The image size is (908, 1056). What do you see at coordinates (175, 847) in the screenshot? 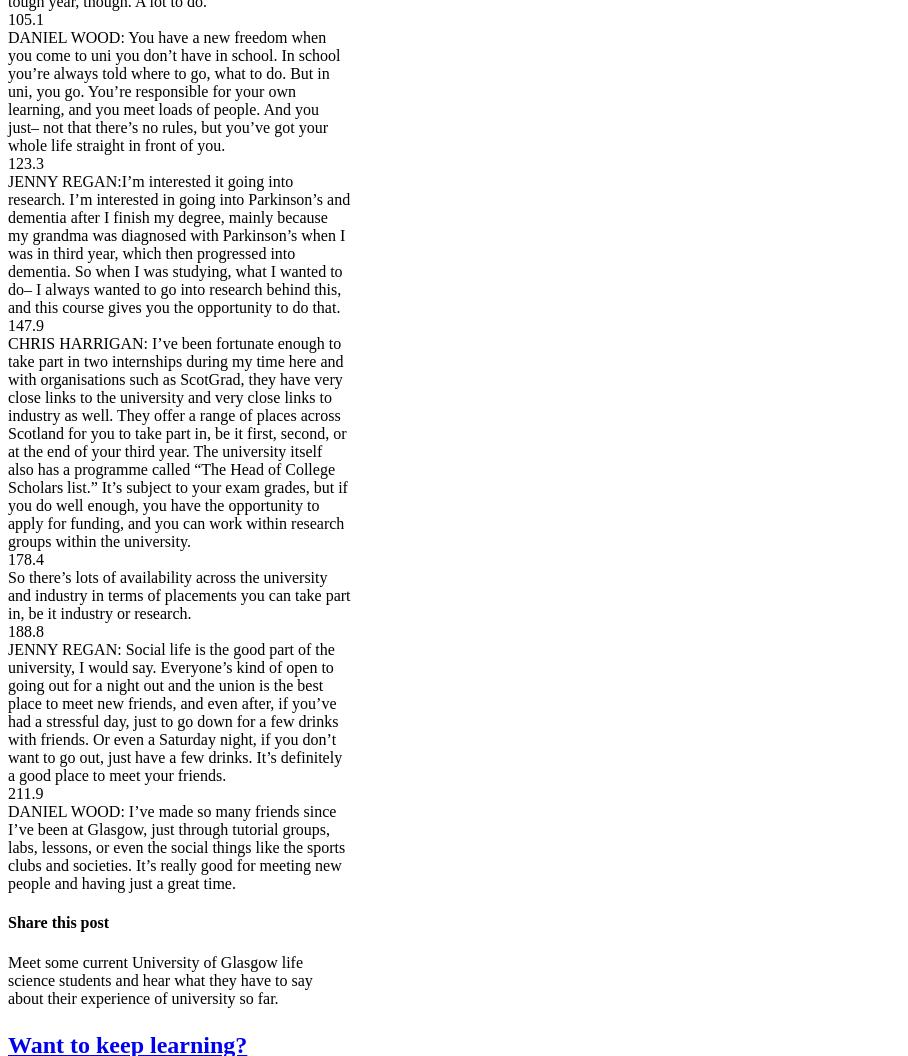
I see `'DANIEL WOOD: I’ve made so many friends since I’ve been at Glasgow, just through tutorial groups, labs, lessons, or even the social things like the sports clubs and societies. It’s really good for meeting new people and having just a great time.'` at bounding box center [175, 847].